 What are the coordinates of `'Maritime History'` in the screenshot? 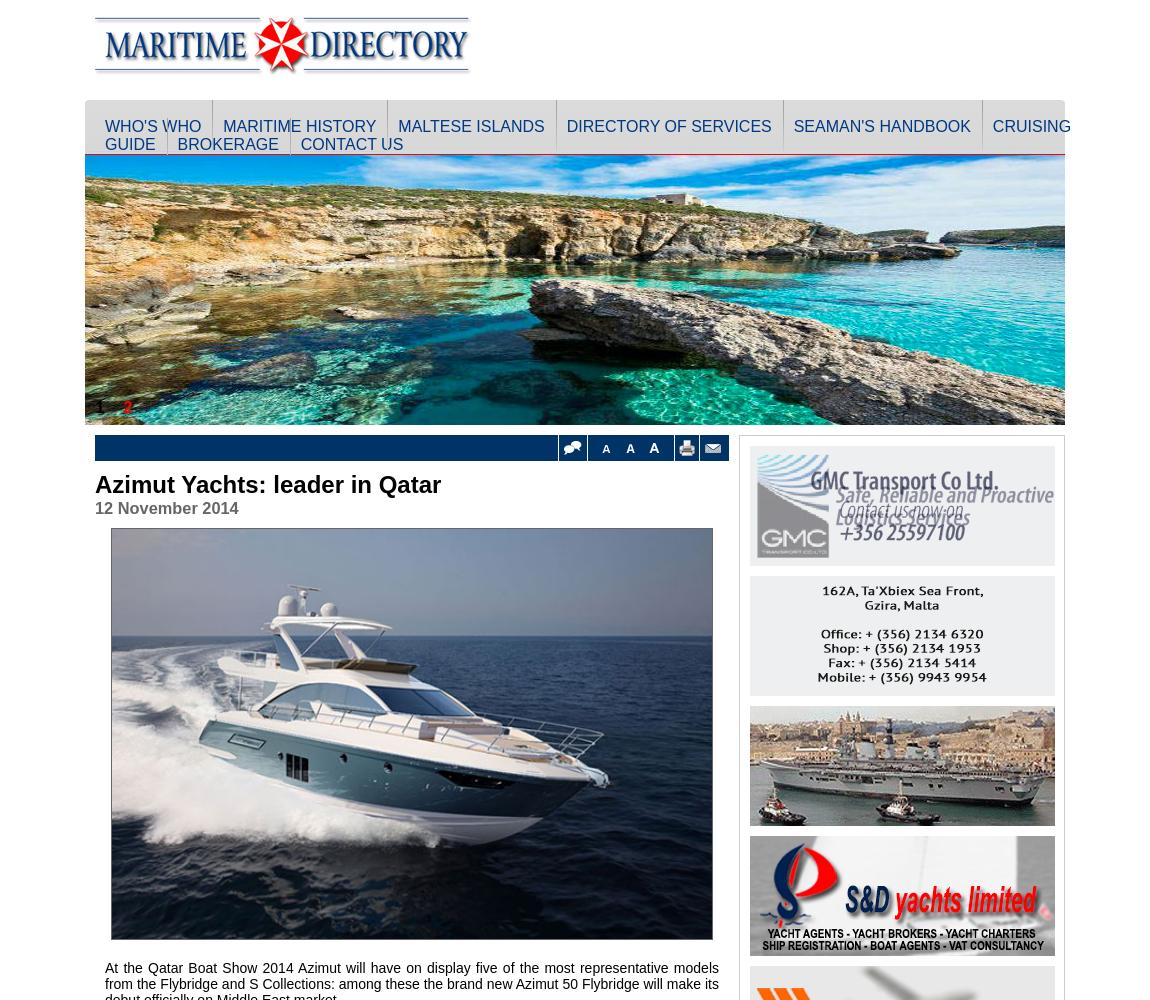 It's located at (299, 126).